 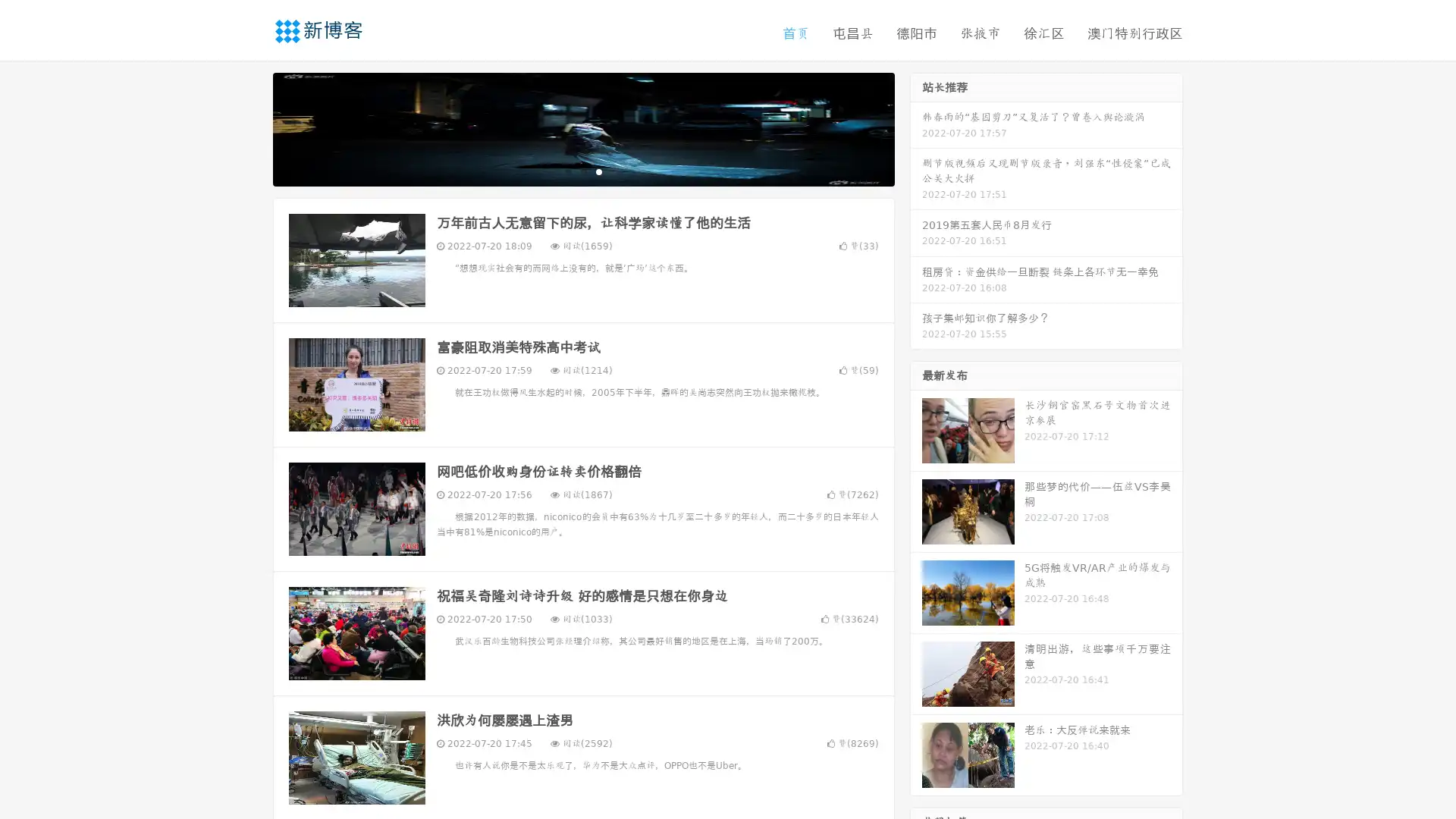 I want to click on Go to slide 1, so click(x=567, y=171).